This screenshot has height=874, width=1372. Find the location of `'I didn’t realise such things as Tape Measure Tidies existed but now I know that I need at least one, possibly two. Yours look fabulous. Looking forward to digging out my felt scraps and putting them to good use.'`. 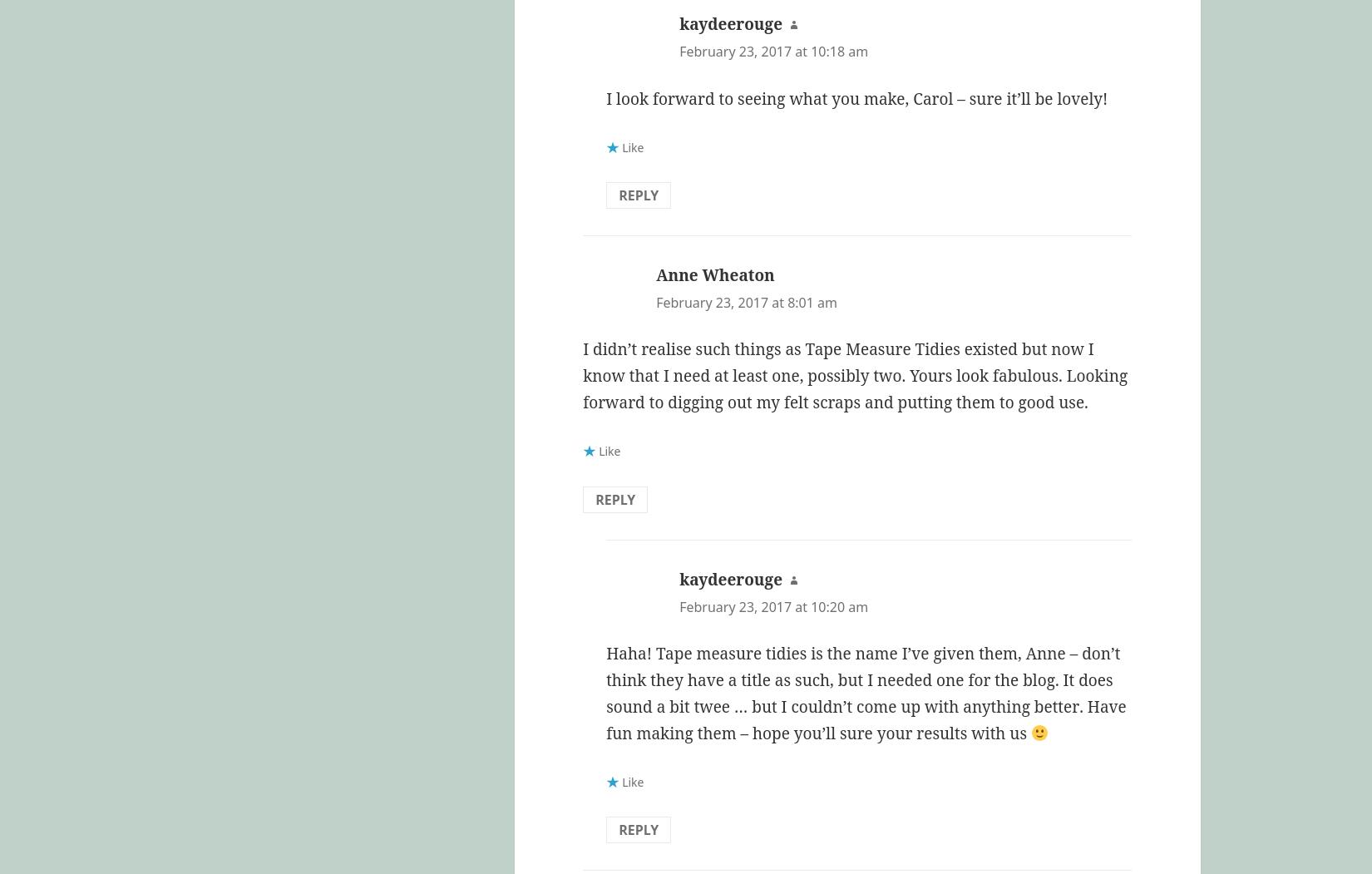

'I didn’t realise such things as Tape Measure Tidies existed but now I know that I need at least one, possibly two. Yours look fabulous. Looking forward to digging out my felt scraps and putting them to good use.' is located at coordinates (855, 375).